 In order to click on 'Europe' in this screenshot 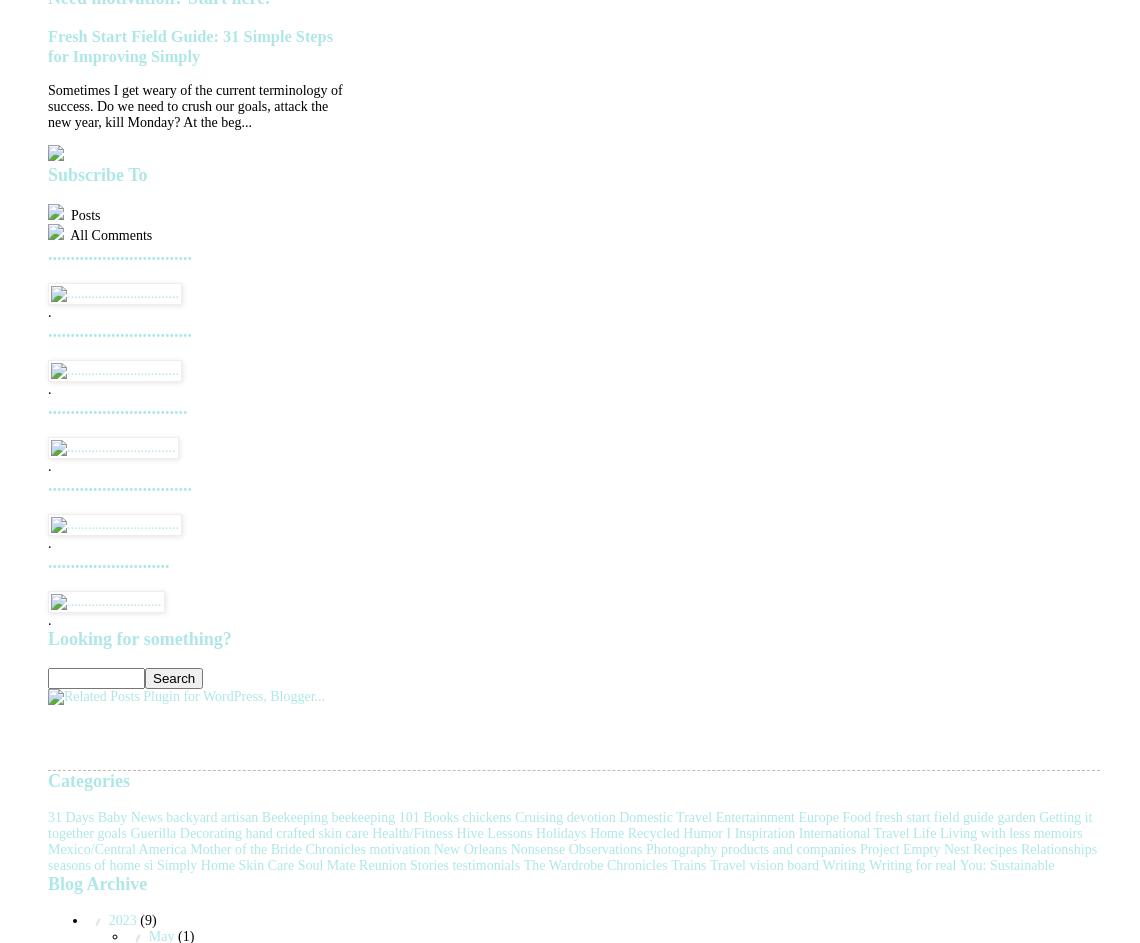, I will do `click(816, 815)`.